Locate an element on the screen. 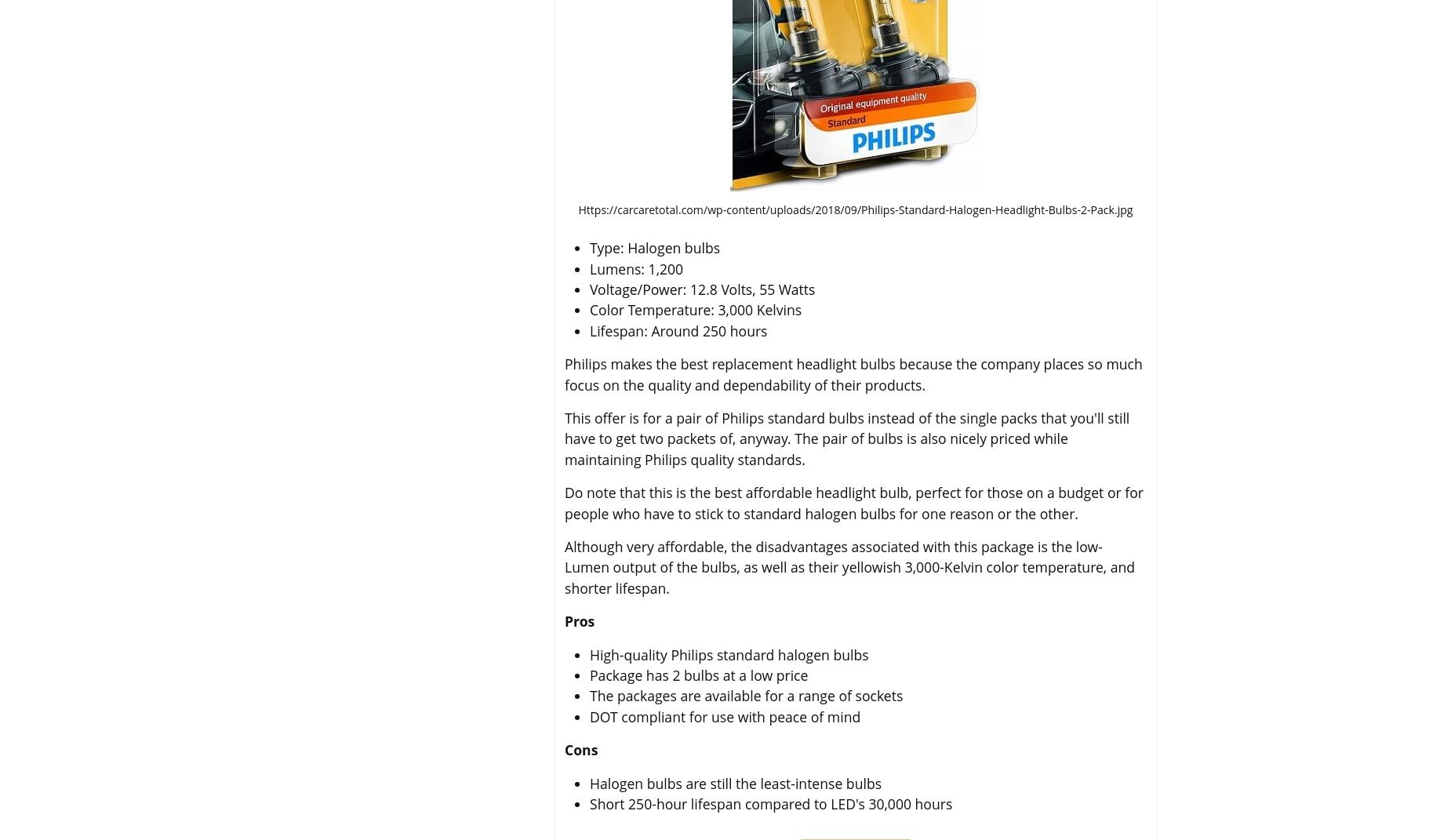 Image resolution: width=1451 pixels, height=840 pixels. 'Https://carcaretotal.com/wp-content/uploads/2018/09/Philips-Standard-Halogen-Headlight-Bulbs-2-Pack.jpg' is located at coordinates (854, 209).